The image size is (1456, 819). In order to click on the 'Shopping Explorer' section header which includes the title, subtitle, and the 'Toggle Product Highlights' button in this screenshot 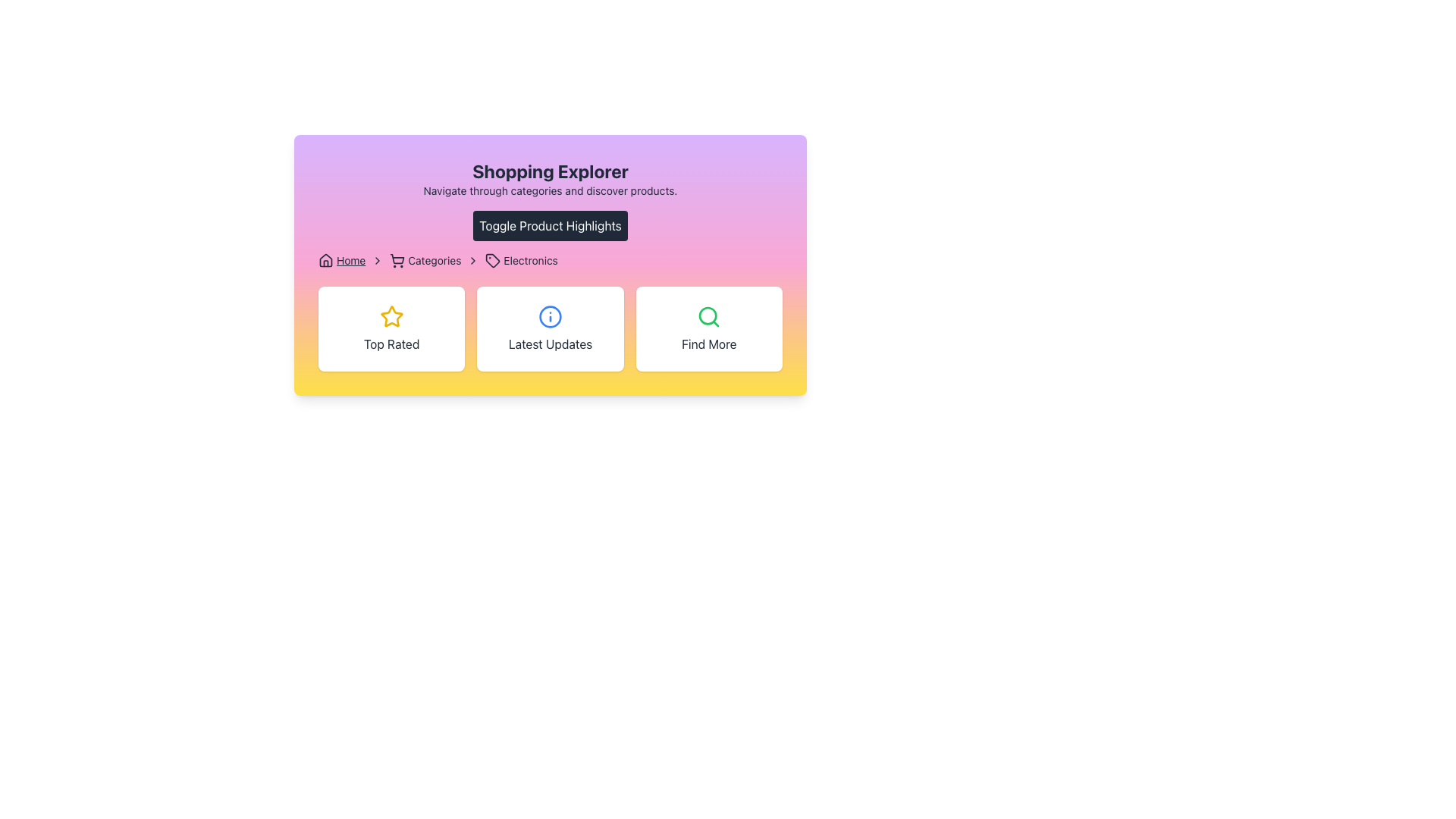, I will do `click(549, 199)`.